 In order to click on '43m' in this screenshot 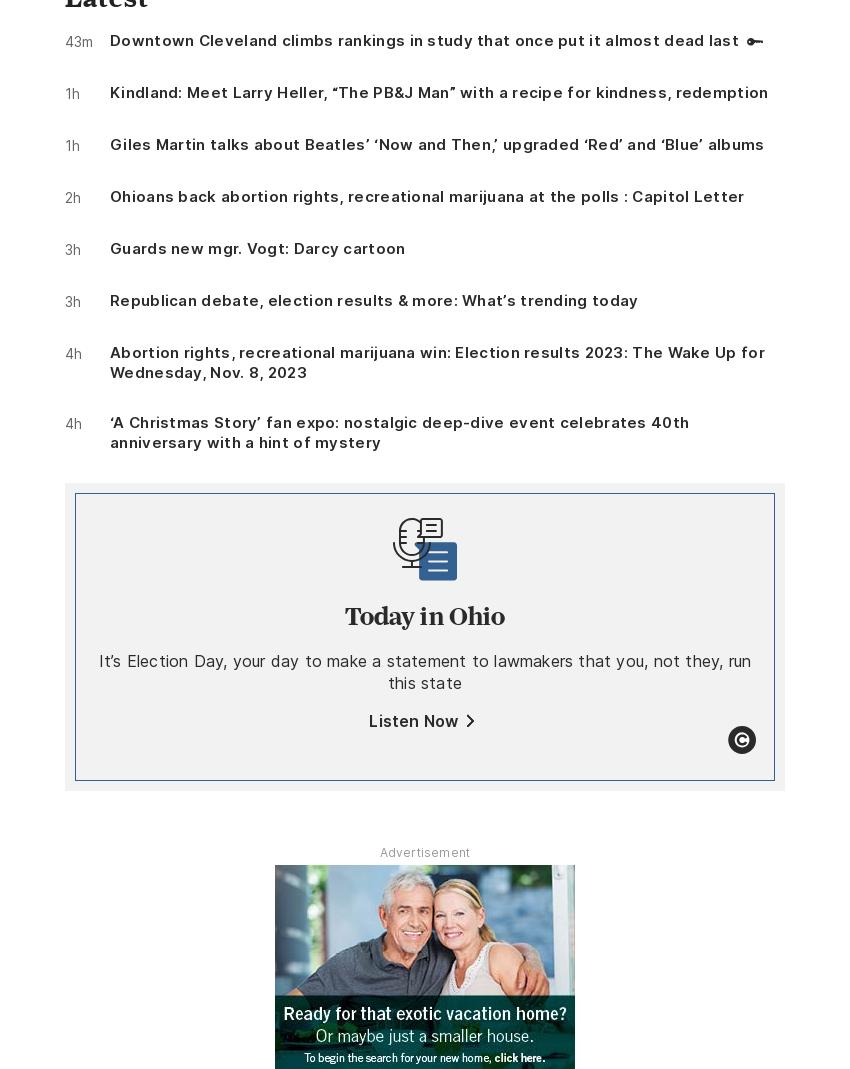, I will do `click(78, 39)`.